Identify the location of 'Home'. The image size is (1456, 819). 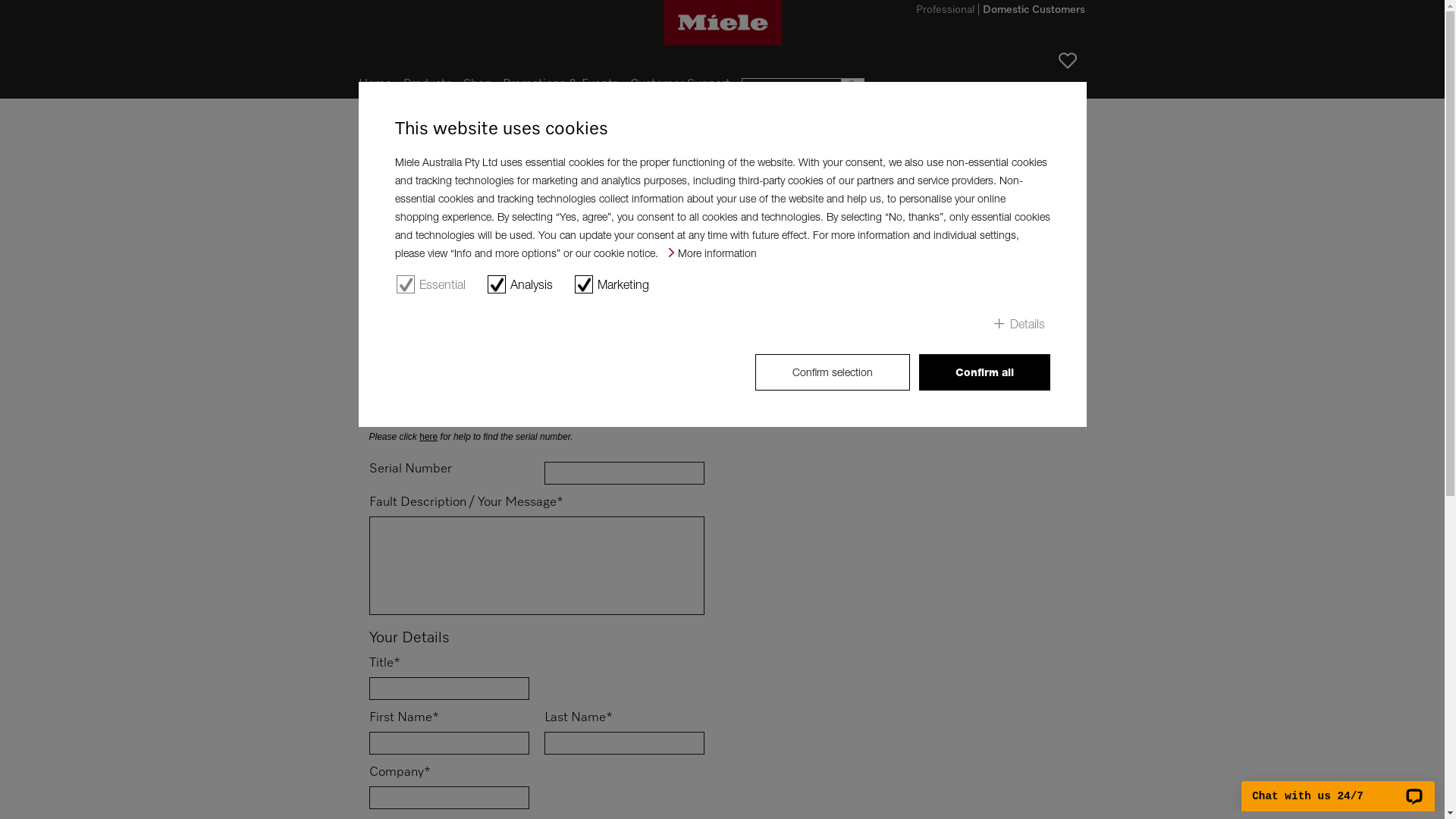
(375, 84).